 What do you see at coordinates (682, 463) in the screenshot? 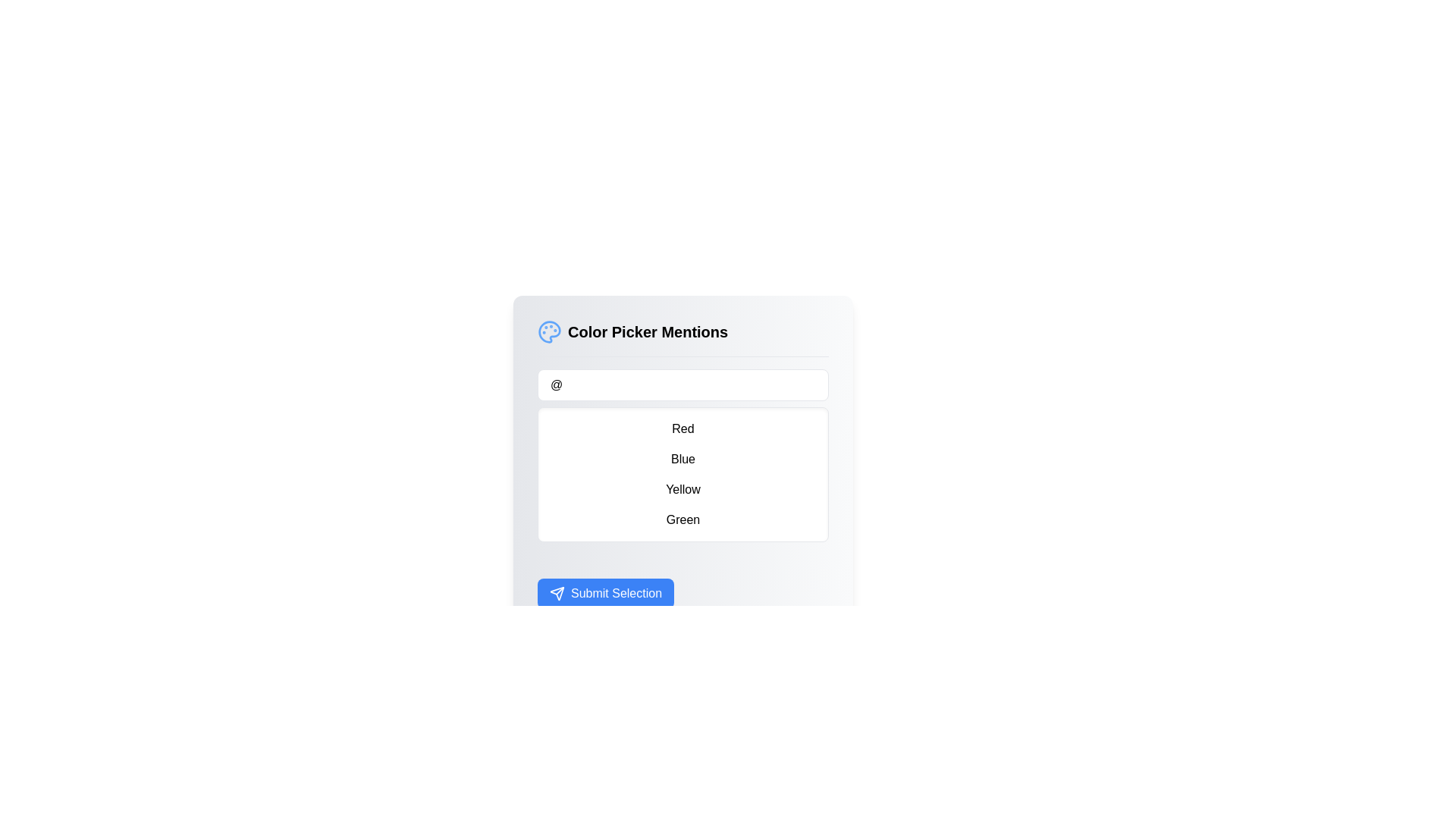
I see `the color selection option in the Interactive panel below the 'Color Picker Mentions' header` at bounding box center [682, 463].